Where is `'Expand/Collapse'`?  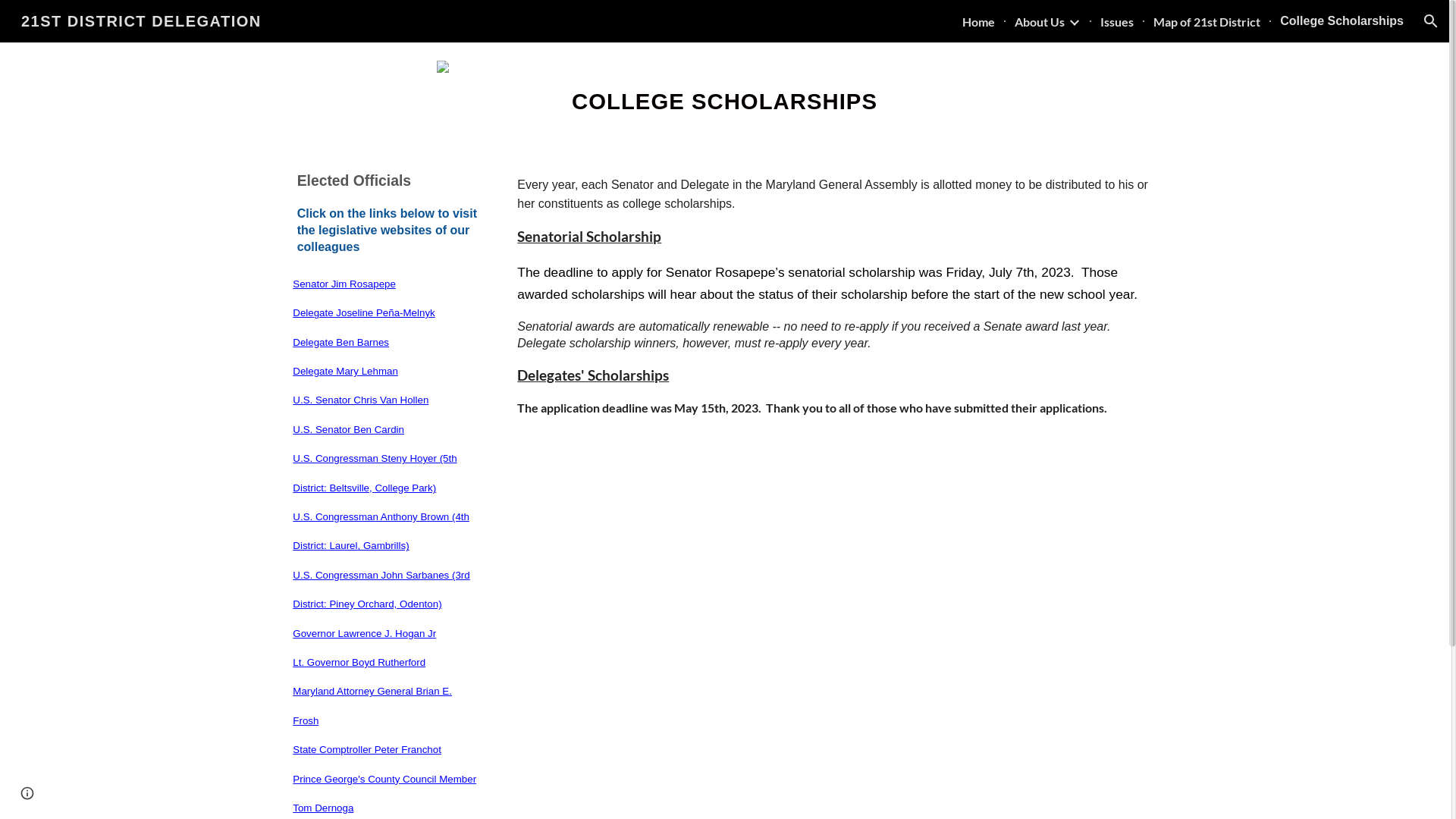
'Expand/Collapse' is located at coordinates (1073, 20).